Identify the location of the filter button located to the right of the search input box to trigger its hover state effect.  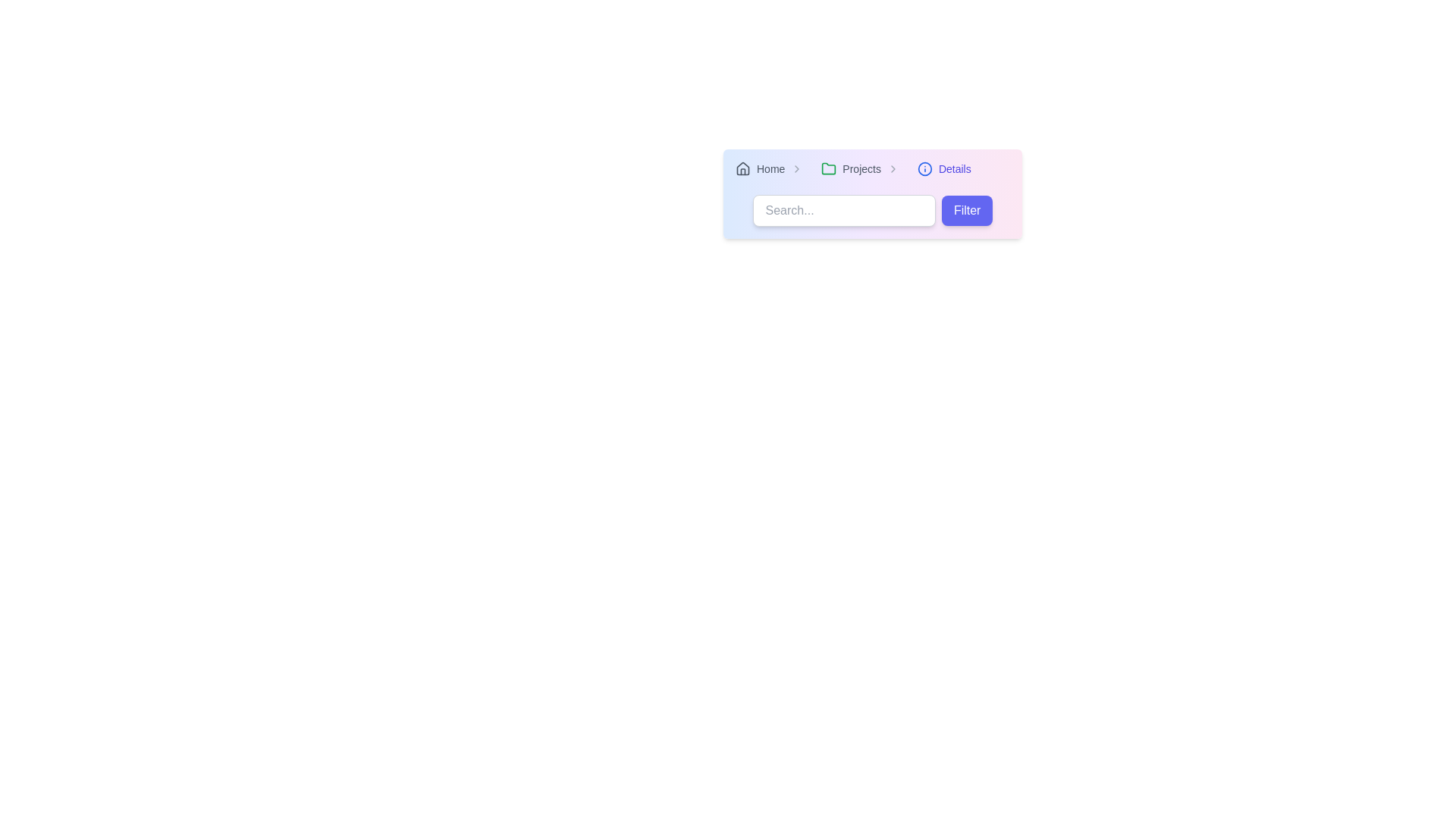
(966, 210).